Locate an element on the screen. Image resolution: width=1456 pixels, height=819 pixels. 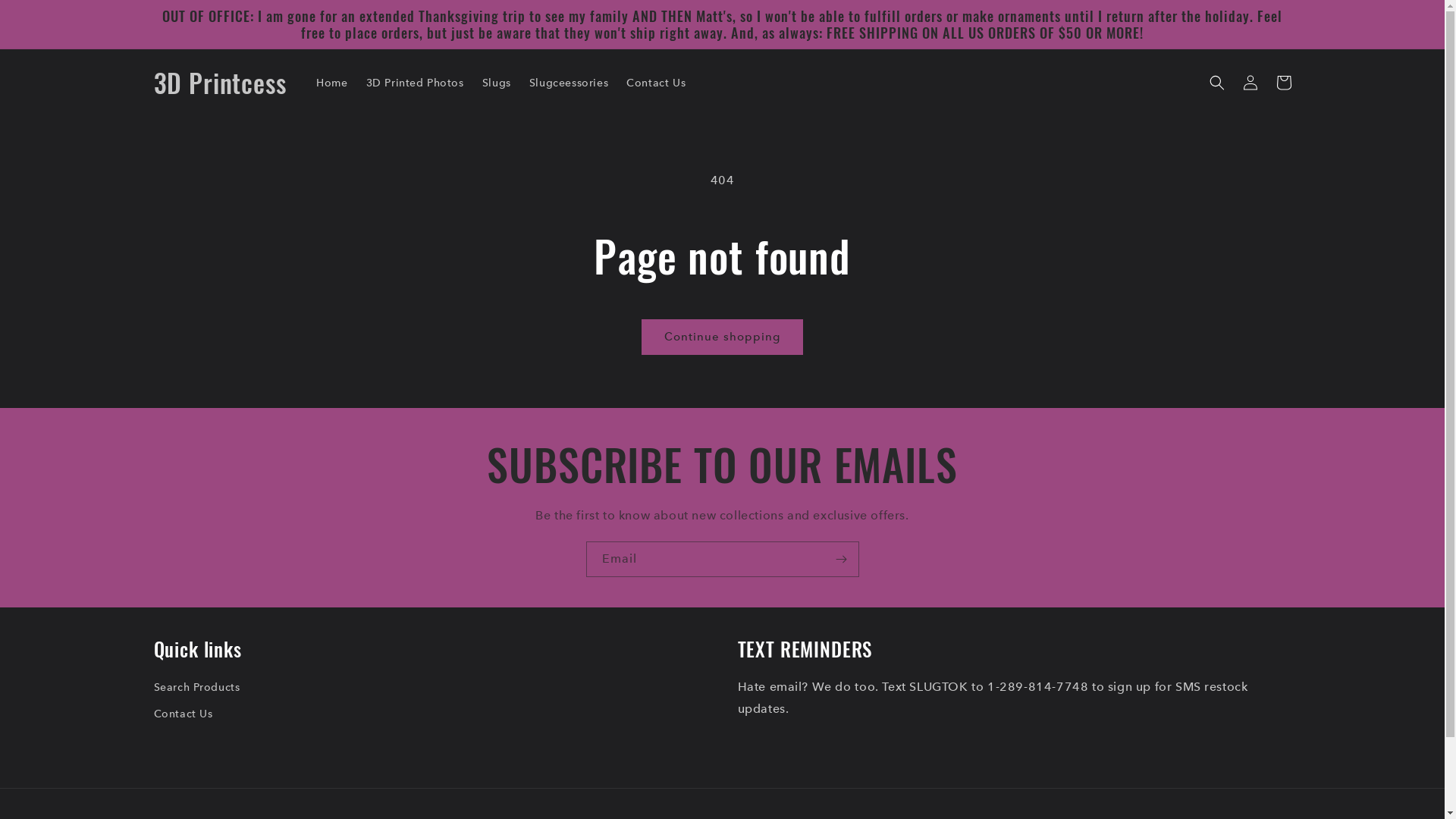
'Contact Us' is located at coordinates (182, 714).